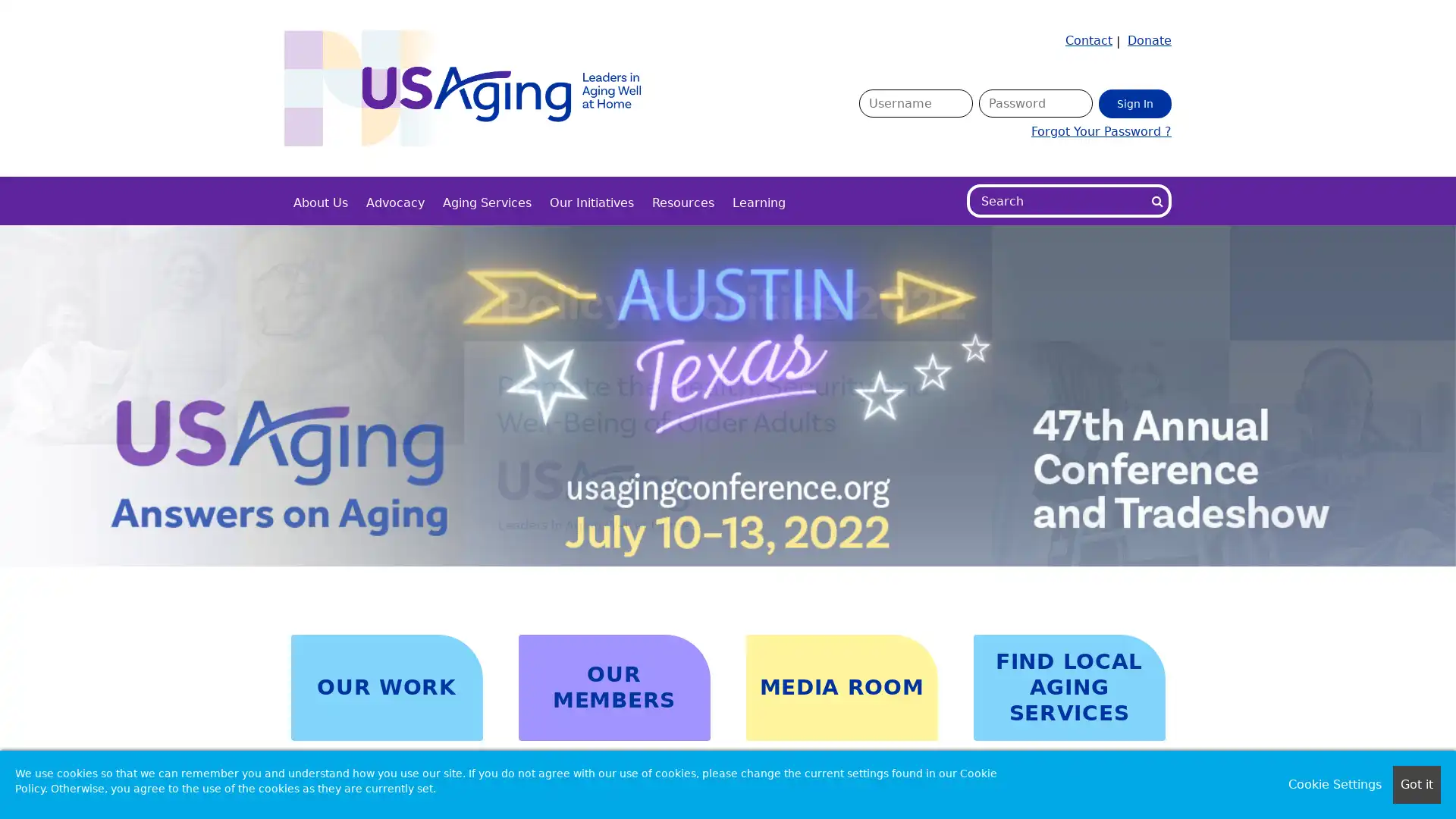 This screenshot has width=1456, height=819. What do you see at coordinates (1135, 102) in the screenshot?
I see `Sign In` at bounding box center [1135, 102].